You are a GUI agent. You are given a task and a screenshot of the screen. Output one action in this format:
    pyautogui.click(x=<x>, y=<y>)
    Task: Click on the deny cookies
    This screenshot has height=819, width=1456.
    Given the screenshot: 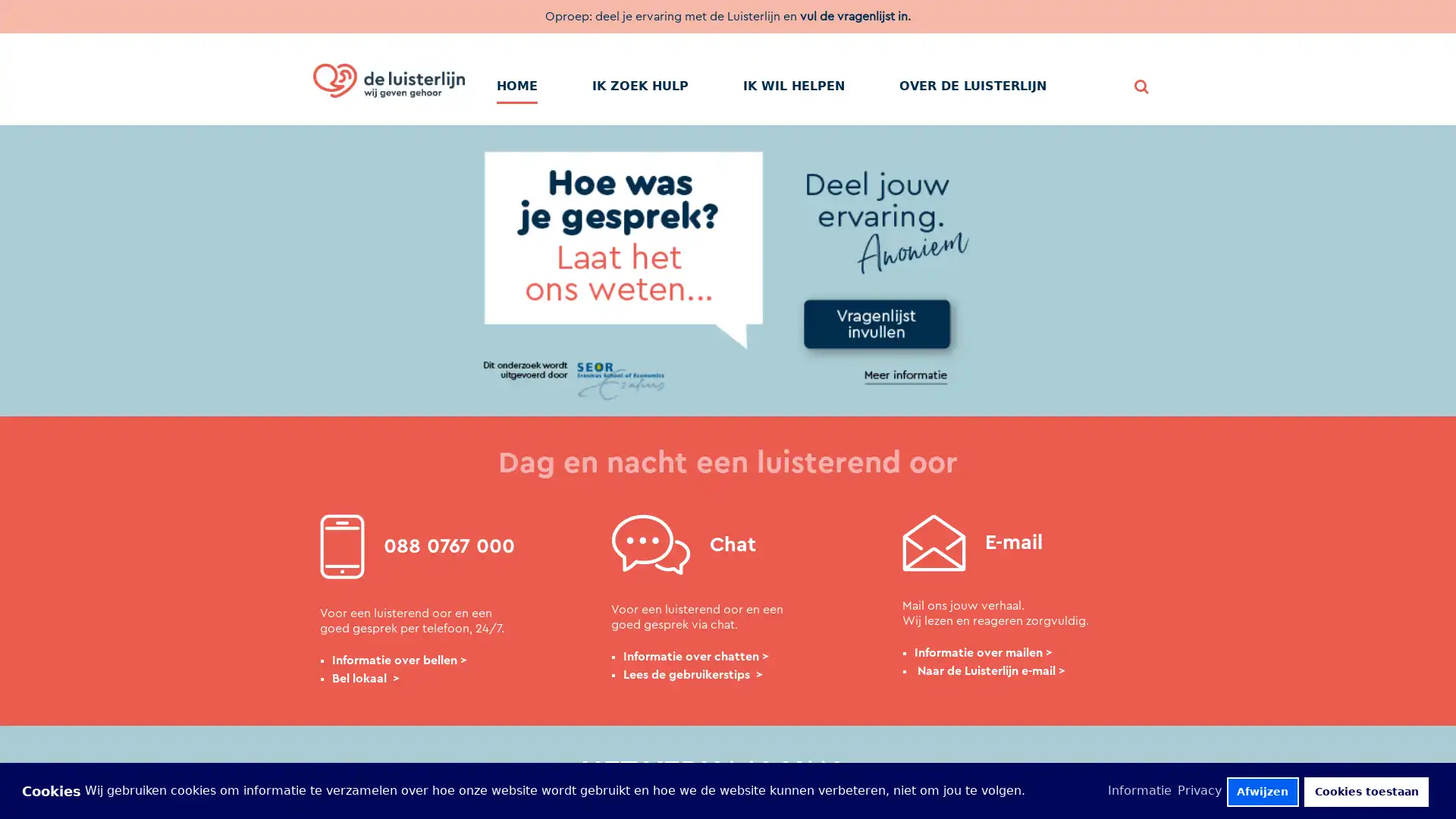 What is the action you would take?
    pyautogui.click(x=1262, y=791)
    